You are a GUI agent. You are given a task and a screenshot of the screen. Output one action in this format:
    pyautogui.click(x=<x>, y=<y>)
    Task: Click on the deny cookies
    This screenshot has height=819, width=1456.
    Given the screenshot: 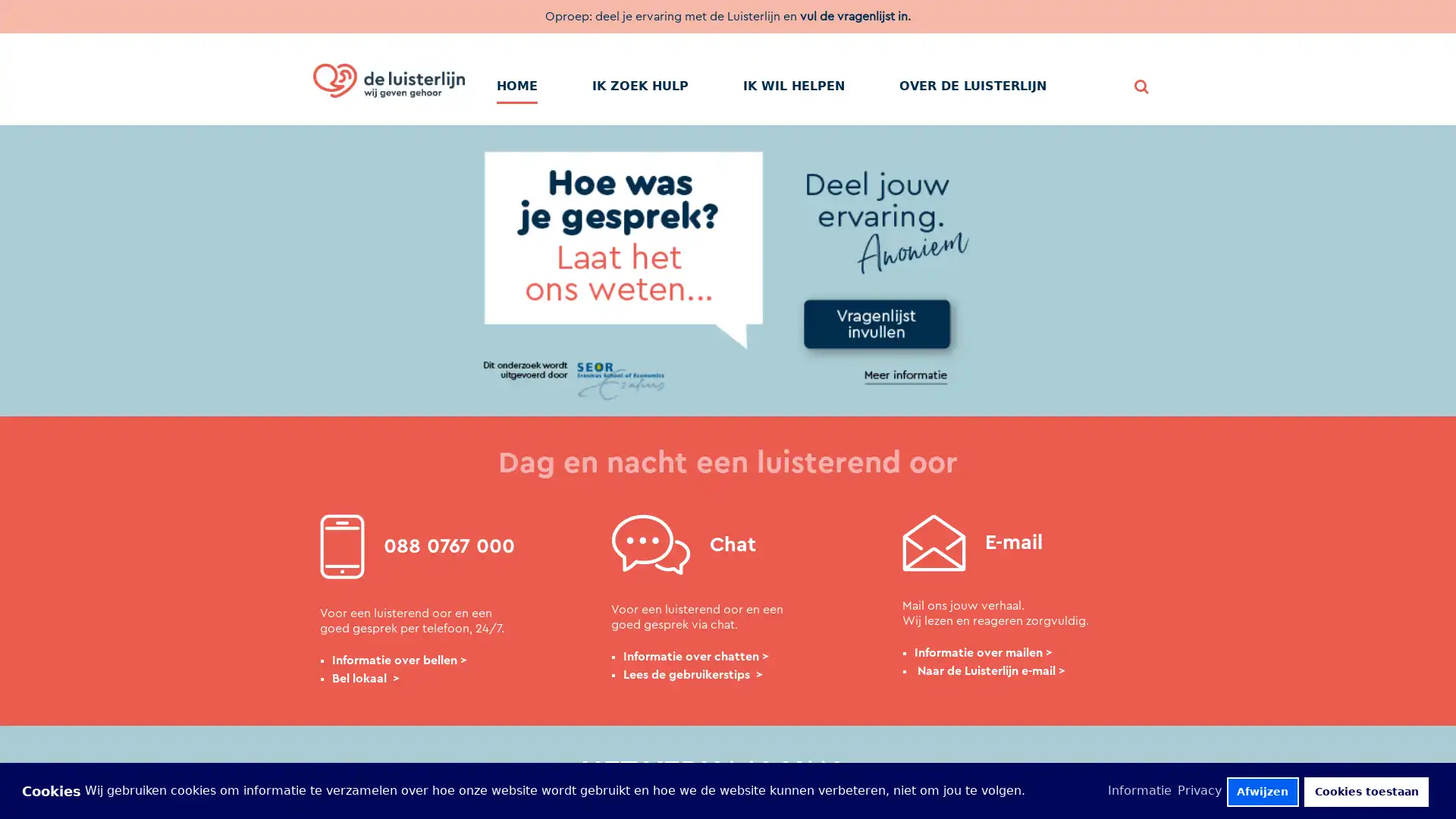 What is the action you would take?
    pyautogui.click(x=1262, y=791)
    